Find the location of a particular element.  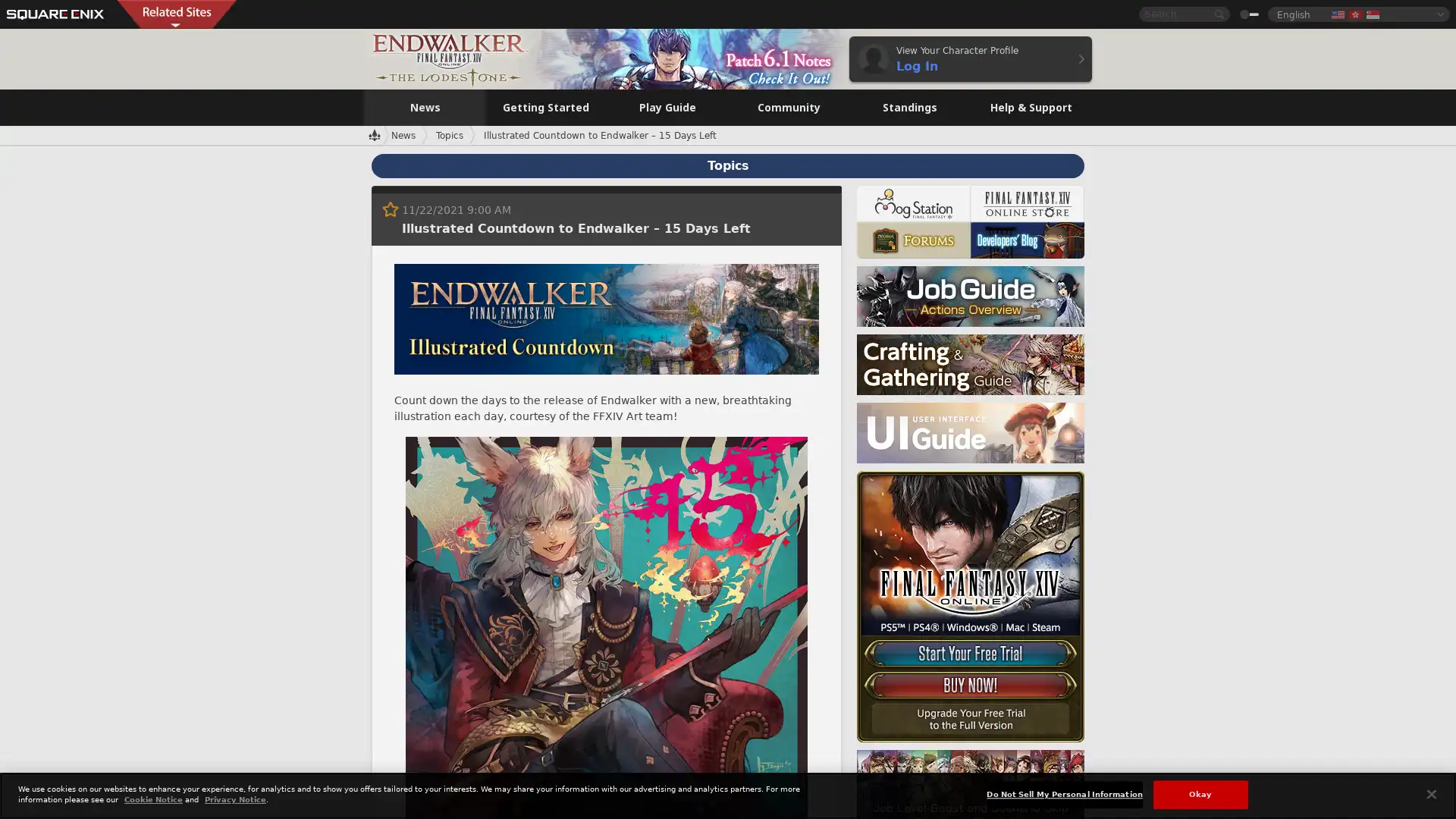

Close is located at coordinates (1430, 792).